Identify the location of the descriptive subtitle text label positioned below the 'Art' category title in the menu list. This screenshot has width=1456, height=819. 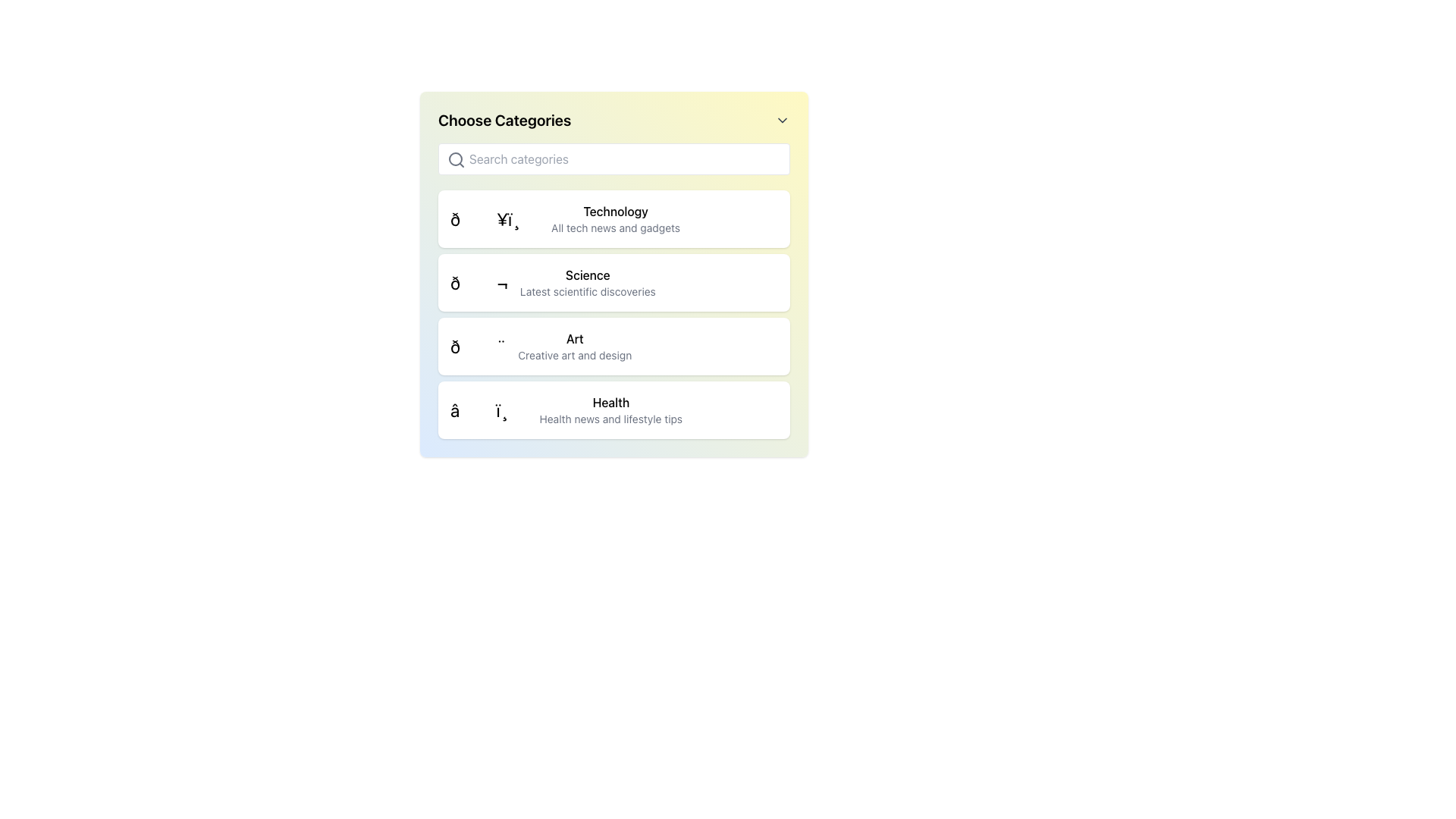
(574, 356).